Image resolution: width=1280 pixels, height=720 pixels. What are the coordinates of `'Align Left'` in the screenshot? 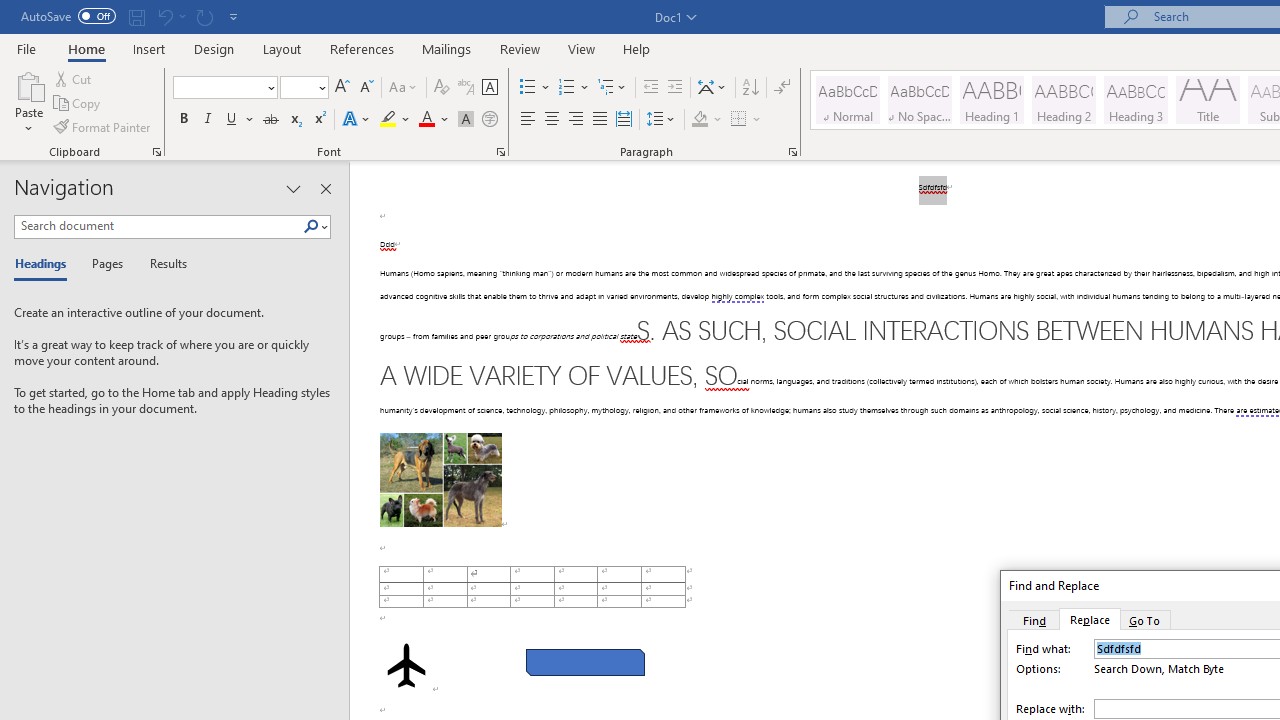 It's located at (528, 119).